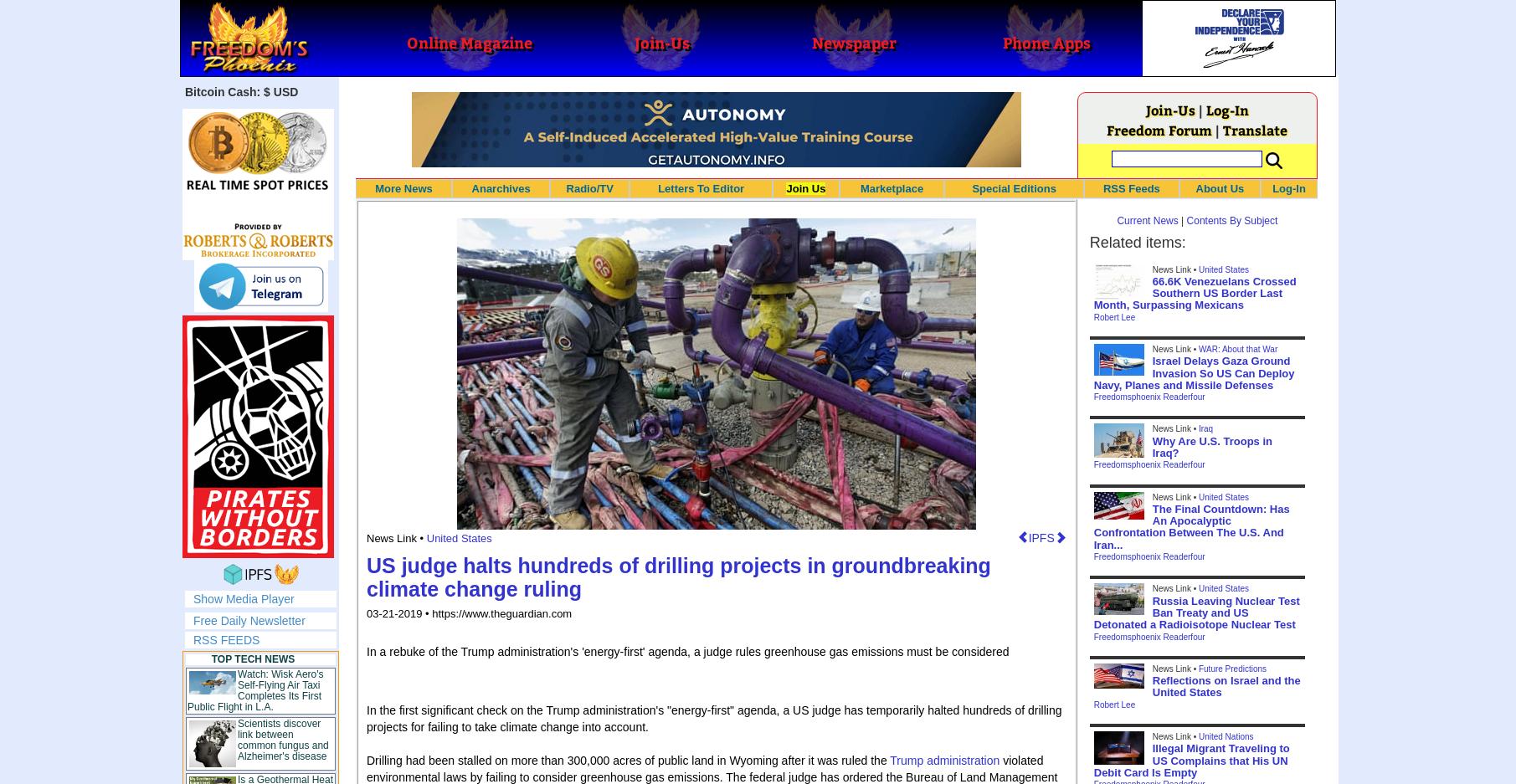 The image size is (1516, 784). Describe the element at coordinates (1222, 129) in the screenshot. I see `'Translate'` at that location.